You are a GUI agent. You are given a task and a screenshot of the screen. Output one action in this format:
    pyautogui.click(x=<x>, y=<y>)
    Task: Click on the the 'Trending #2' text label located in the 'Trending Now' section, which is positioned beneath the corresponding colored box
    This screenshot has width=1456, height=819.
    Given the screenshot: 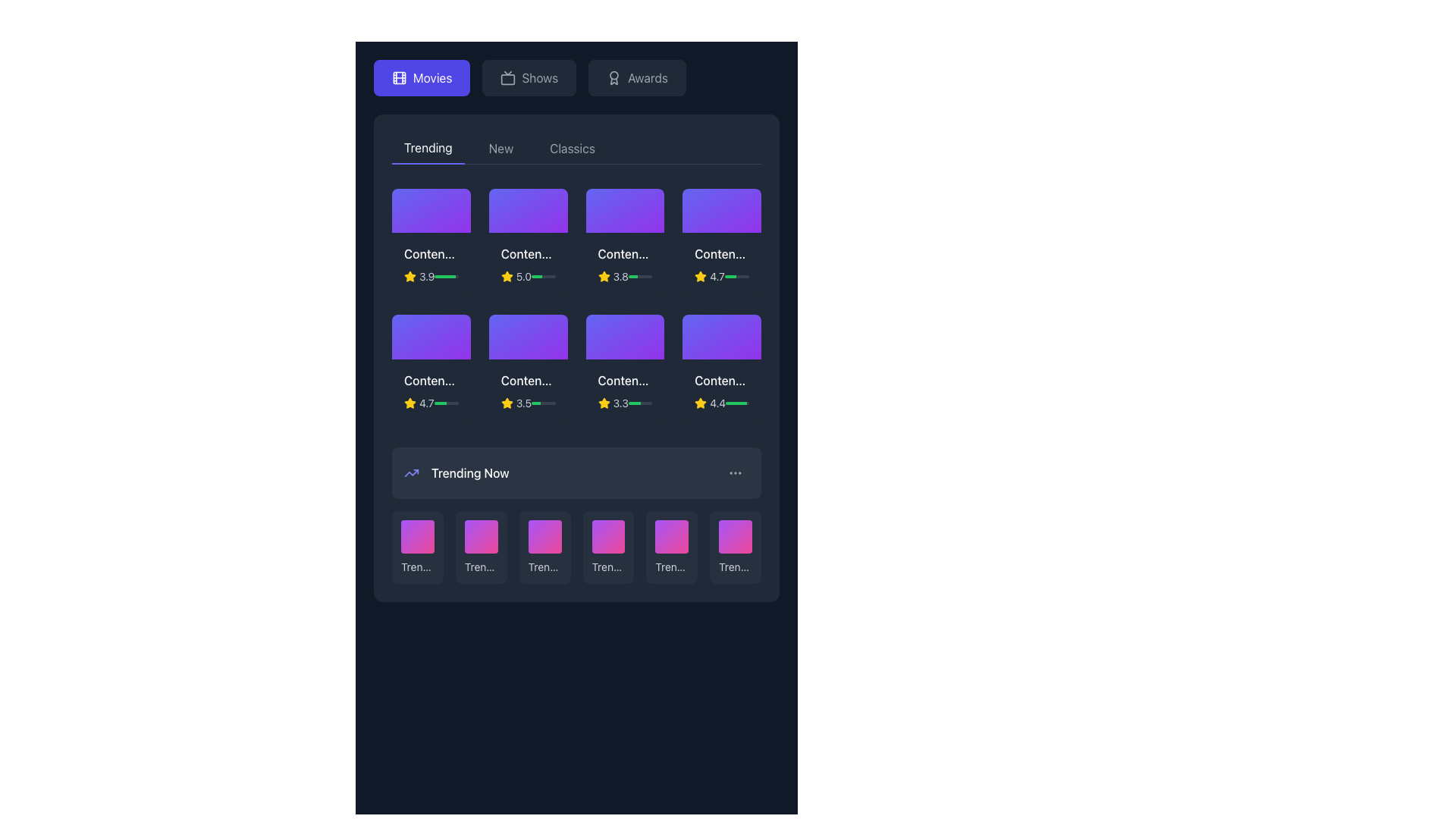 What is the action you would take?
    pyautogui.click(x=480, y=566)
    